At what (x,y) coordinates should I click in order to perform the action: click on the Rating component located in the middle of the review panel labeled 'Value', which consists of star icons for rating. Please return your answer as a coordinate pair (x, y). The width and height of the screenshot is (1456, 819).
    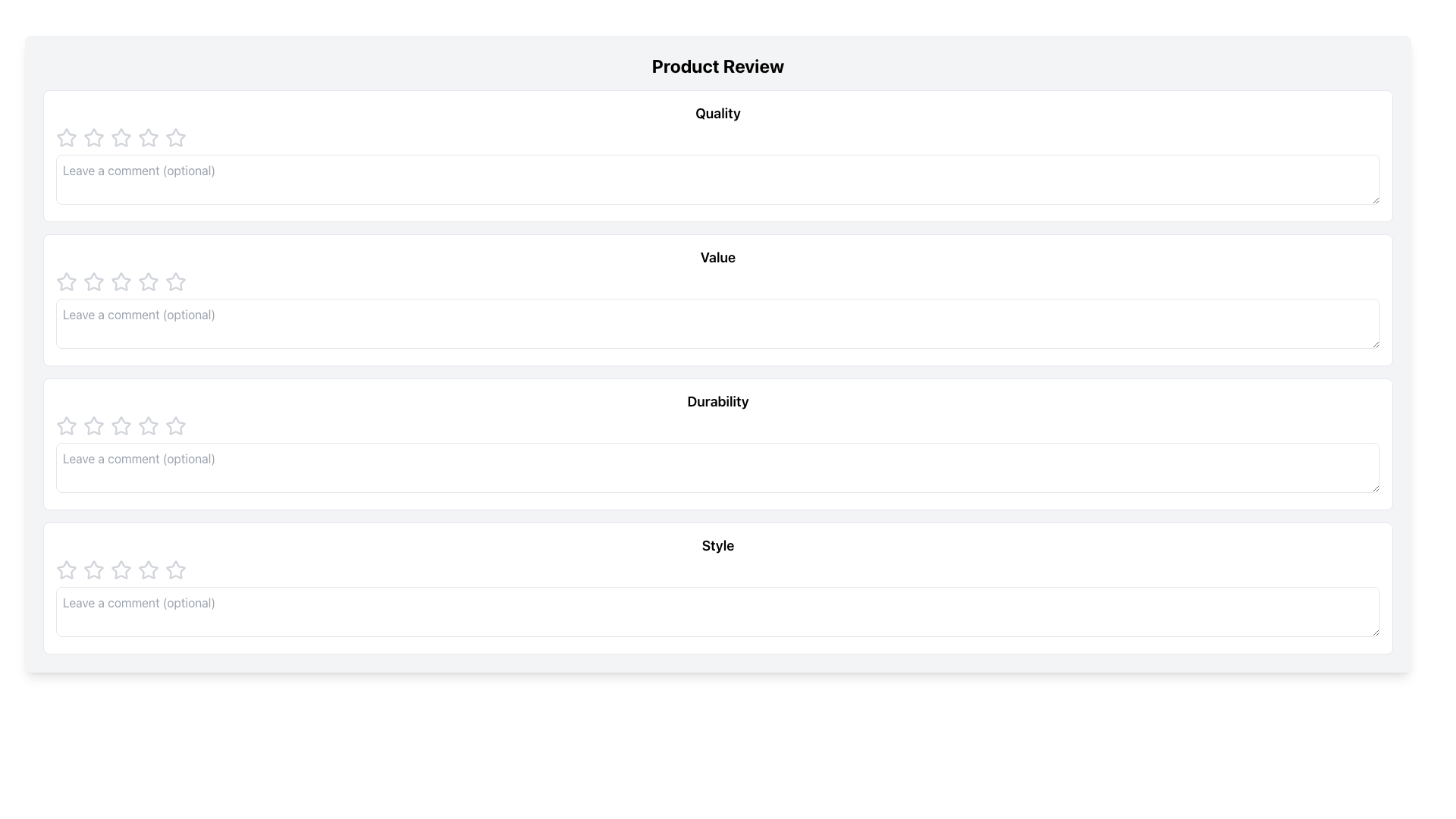
    Looking at the image, I should click on (717, 281).